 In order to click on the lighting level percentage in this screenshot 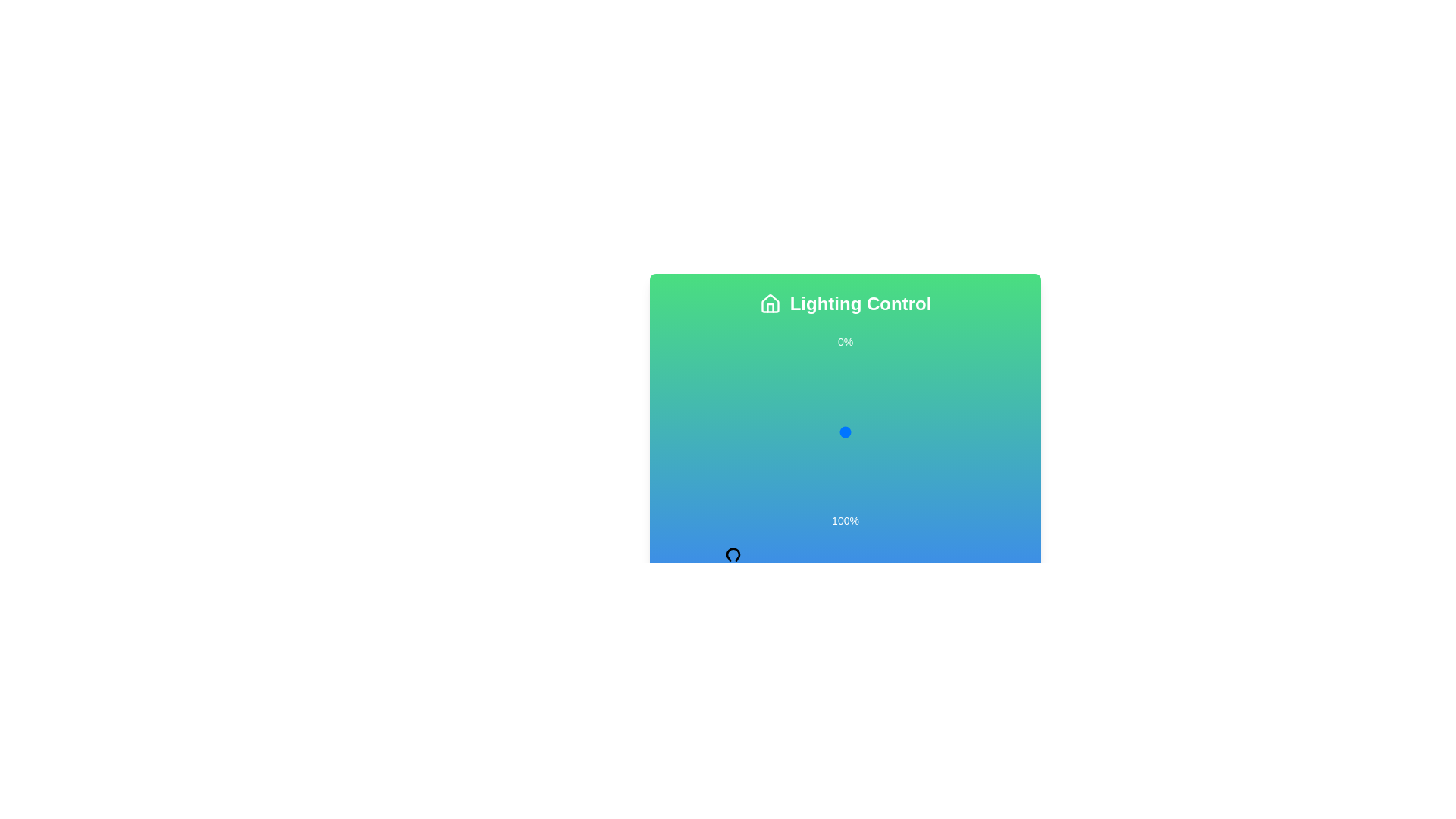, I will do `click(821, 431)`.